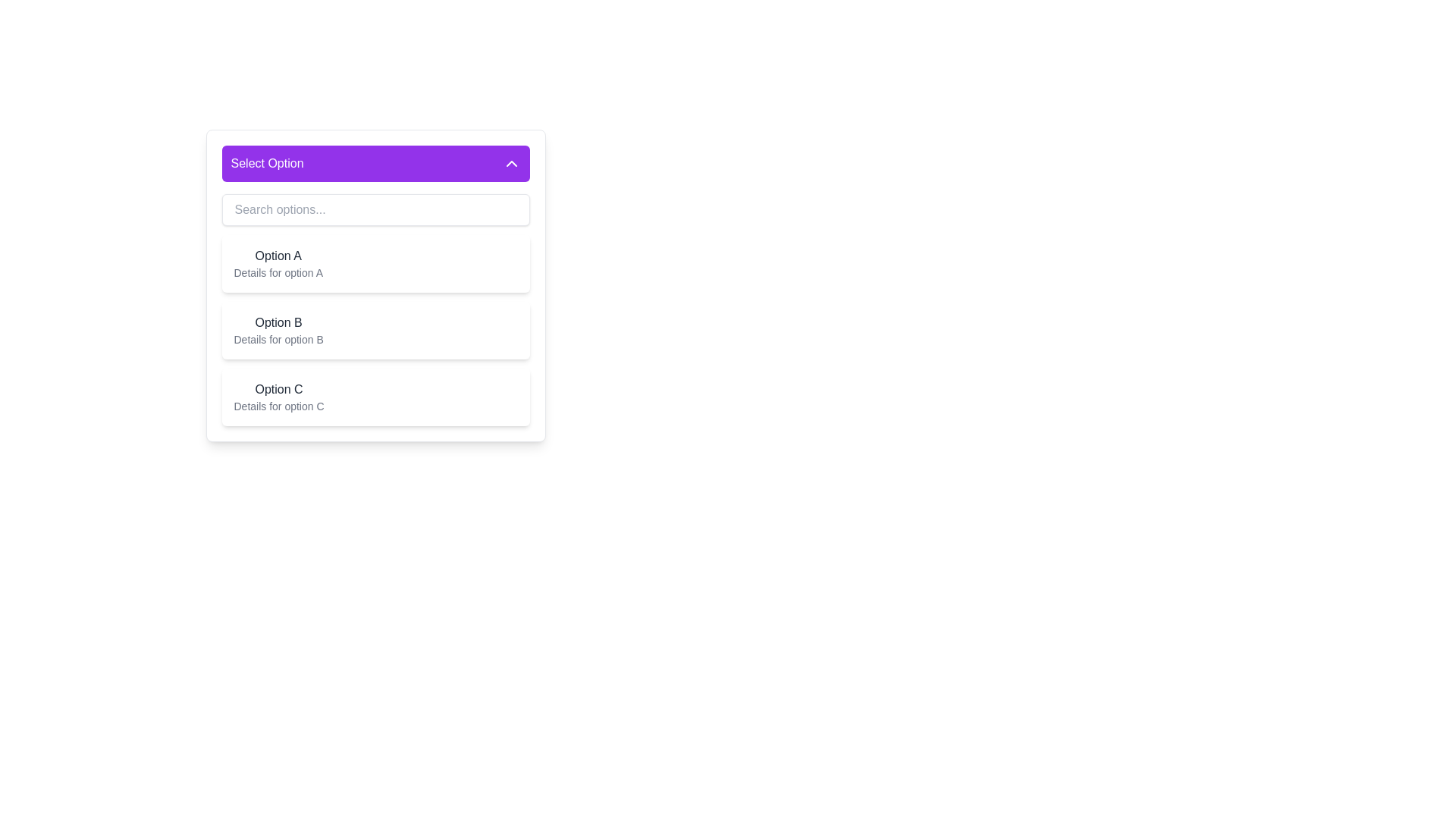  What do you see at coordinates (279, 388) in the screenshot?
I see `the text label for 'Option C' located at the bottom of the selectable options` at bounding box center [279, 388].